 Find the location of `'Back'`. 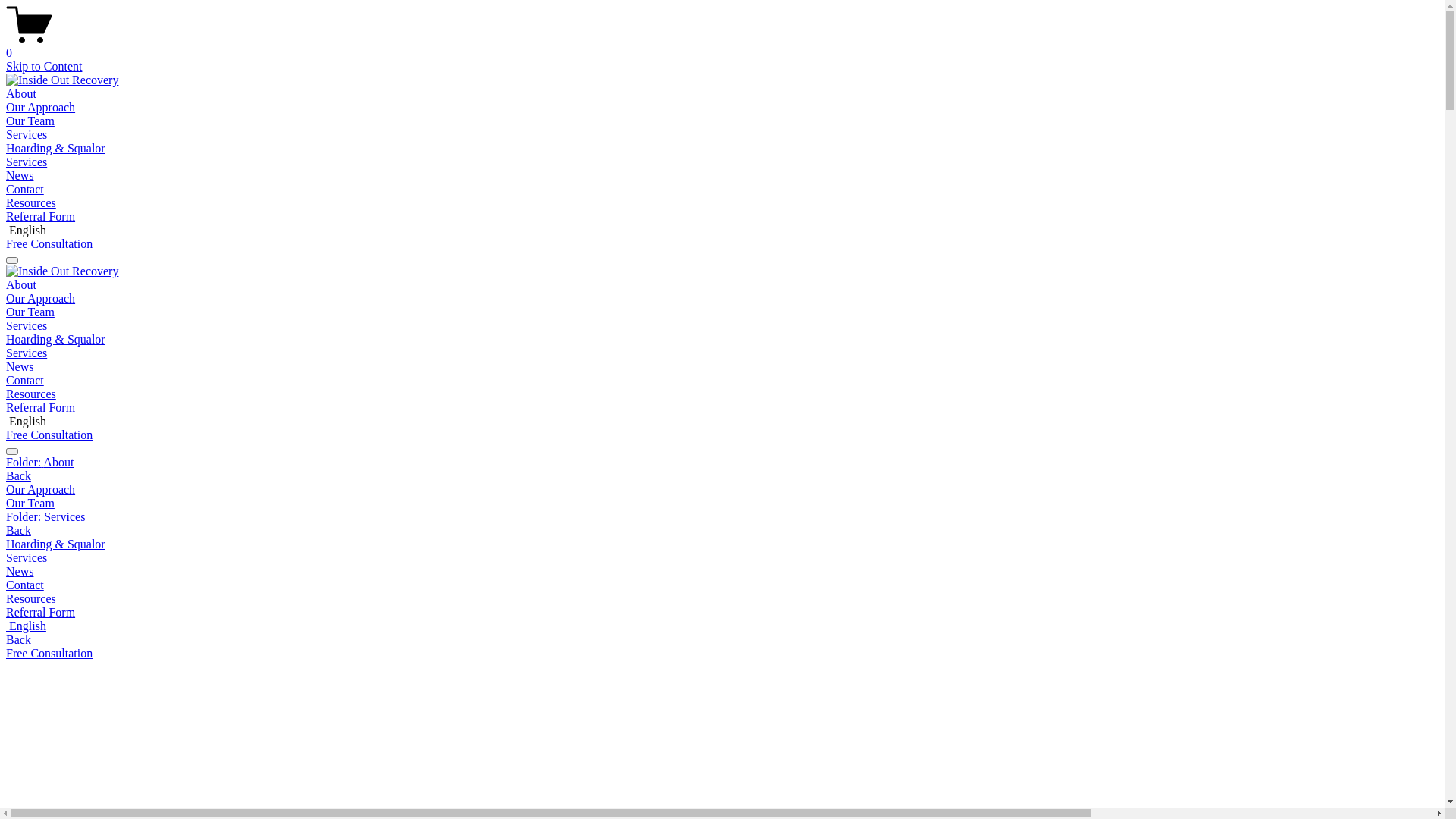

'Back' is located at coordinates (18, 529).